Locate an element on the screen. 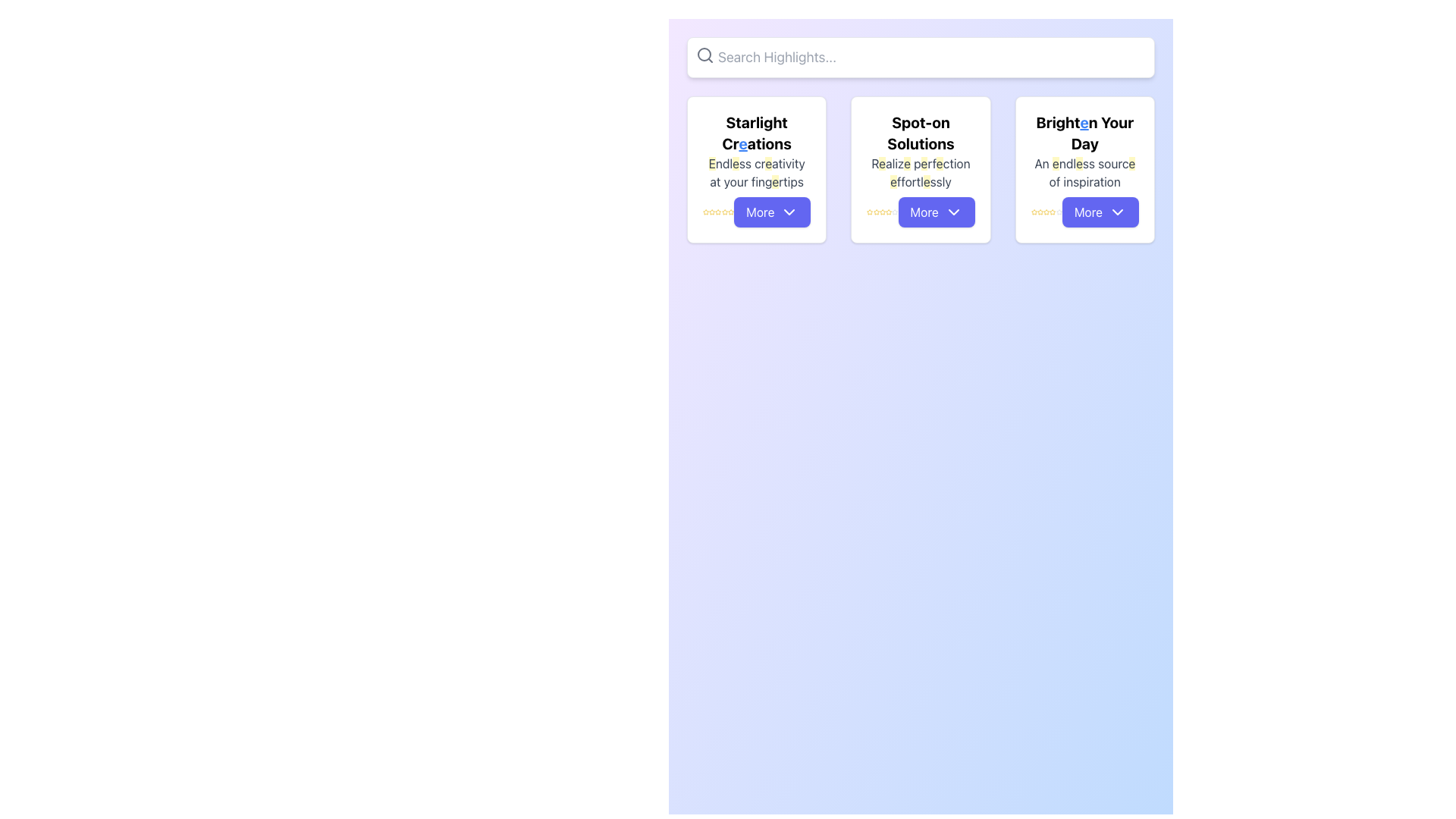  the button located in the bottom-right corner of the 'Spot-on Solutions' card is located at coordinates (920, 212).